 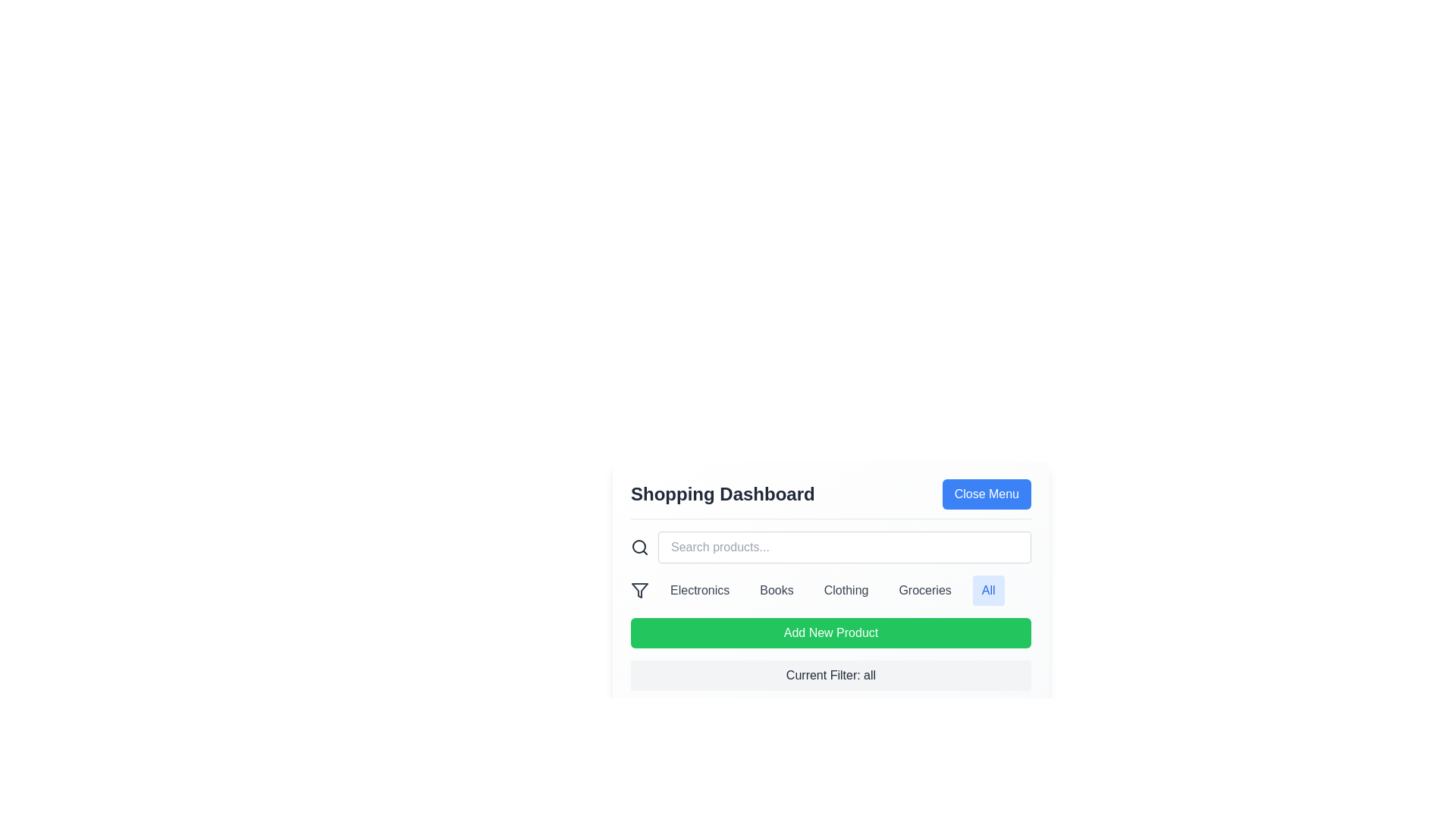 What do you see at coordinates (846, 590) in the screenshot?
I see `the 'Clothing' button in the horizontal navigation menu to filter or navigate` at bounding box center [846, 590].